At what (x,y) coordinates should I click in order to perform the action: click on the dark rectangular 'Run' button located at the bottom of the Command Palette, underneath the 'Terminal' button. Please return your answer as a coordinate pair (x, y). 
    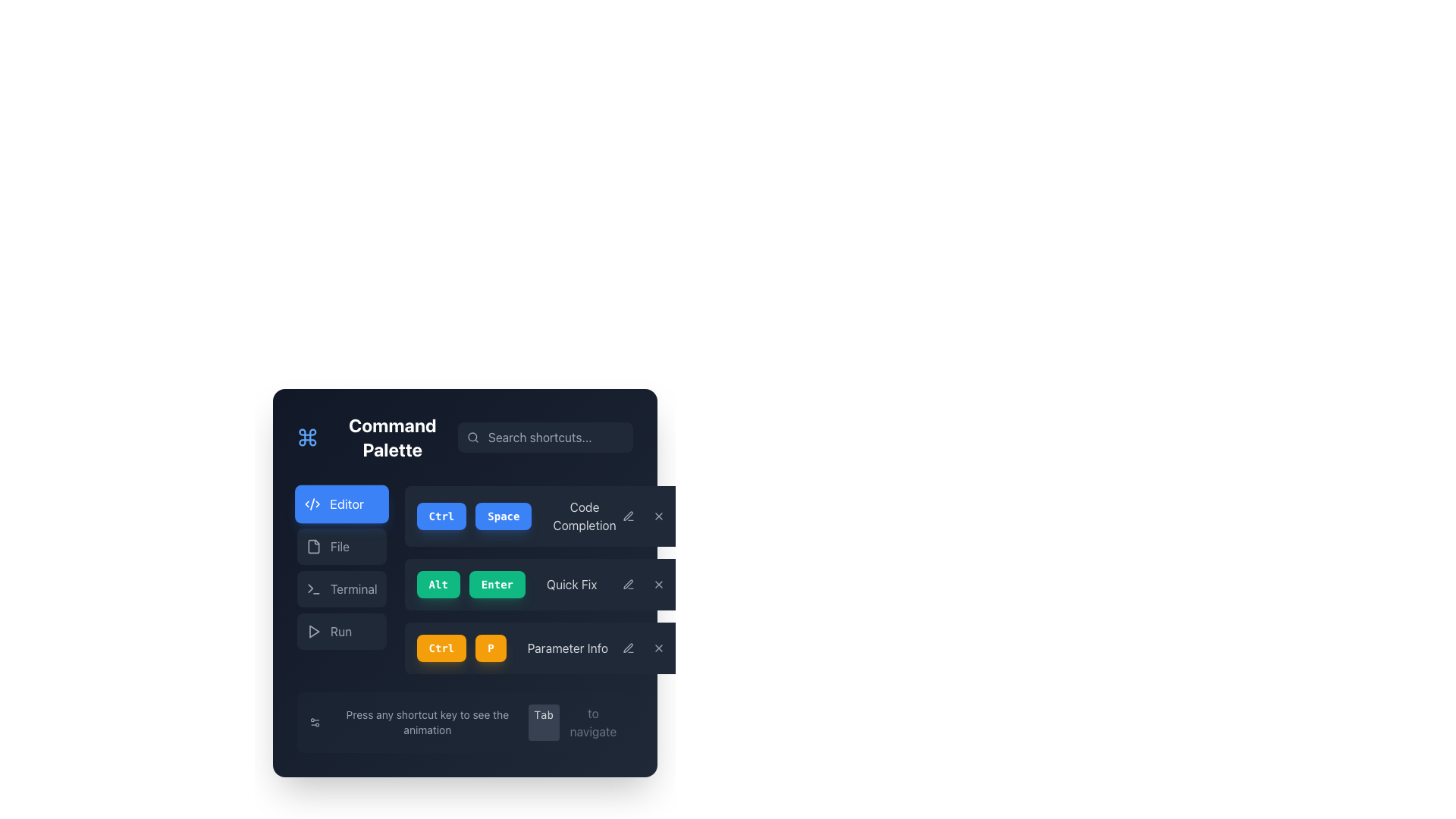
    Looking at the image, I should click on (340, 632).